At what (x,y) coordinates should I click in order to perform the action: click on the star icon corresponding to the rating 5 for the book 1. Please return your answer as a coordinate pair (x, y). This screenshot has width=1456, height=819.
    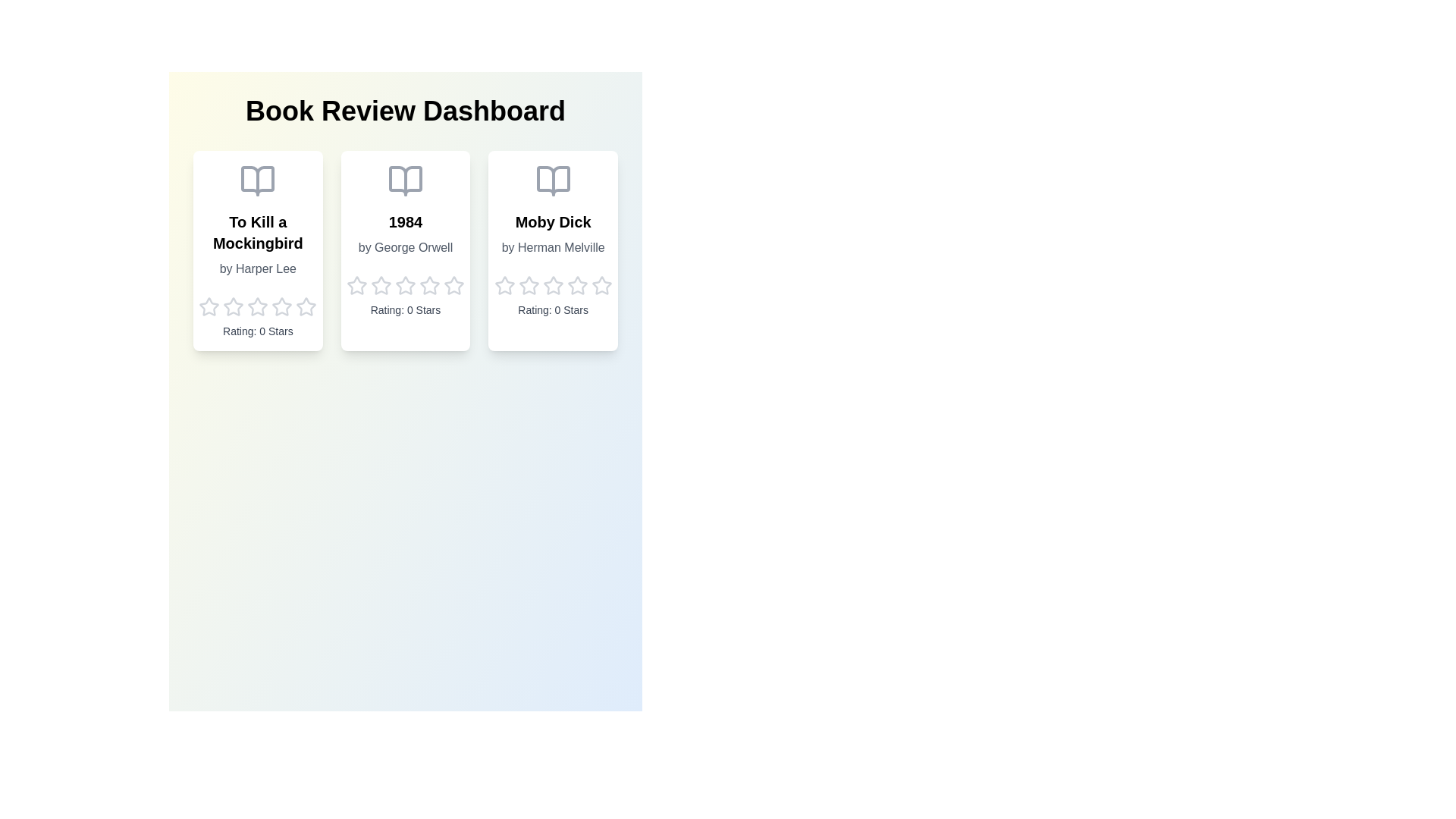
    Looking at the image, I should click on (305, 307).